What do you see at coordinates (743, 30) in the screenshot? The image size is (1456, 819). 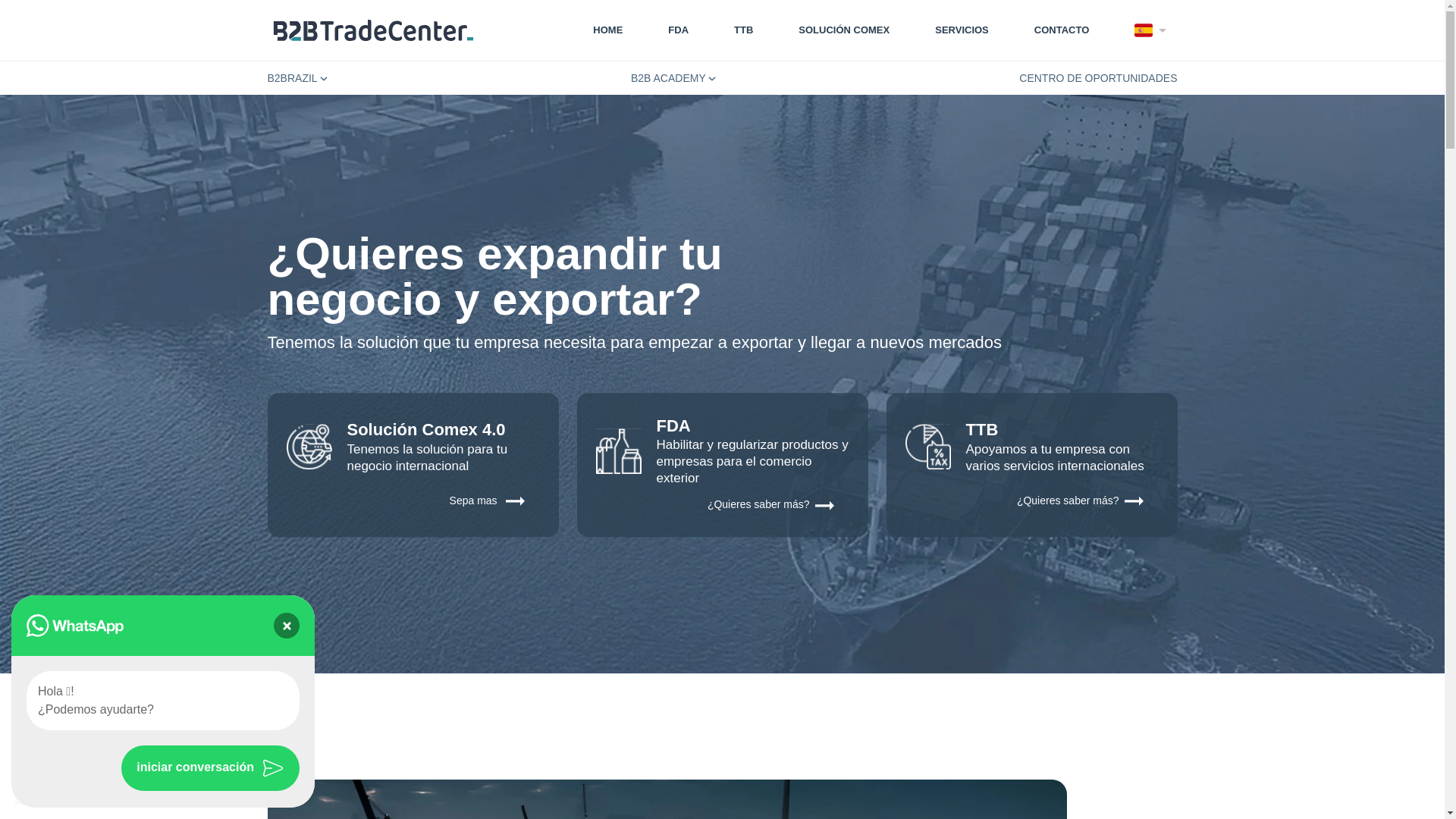 I see `'TTB'` at bounding box center [743, 30].